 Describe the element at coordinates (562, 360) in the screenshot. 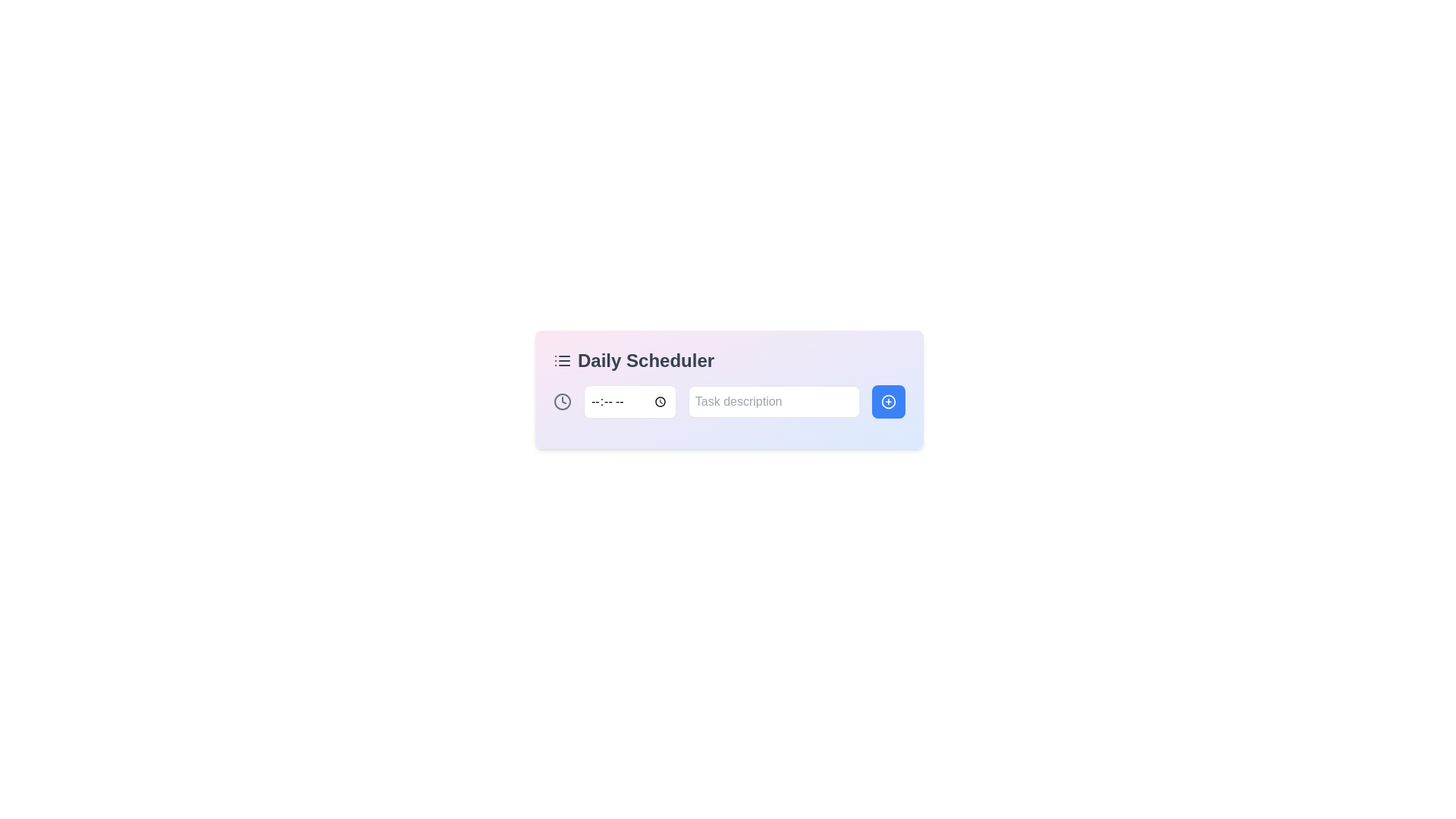

I see `the icon representing the list or scheduling functionality located to the left of the 'Daily Scheduler' text in the header area of the scheduler pane` at that location.